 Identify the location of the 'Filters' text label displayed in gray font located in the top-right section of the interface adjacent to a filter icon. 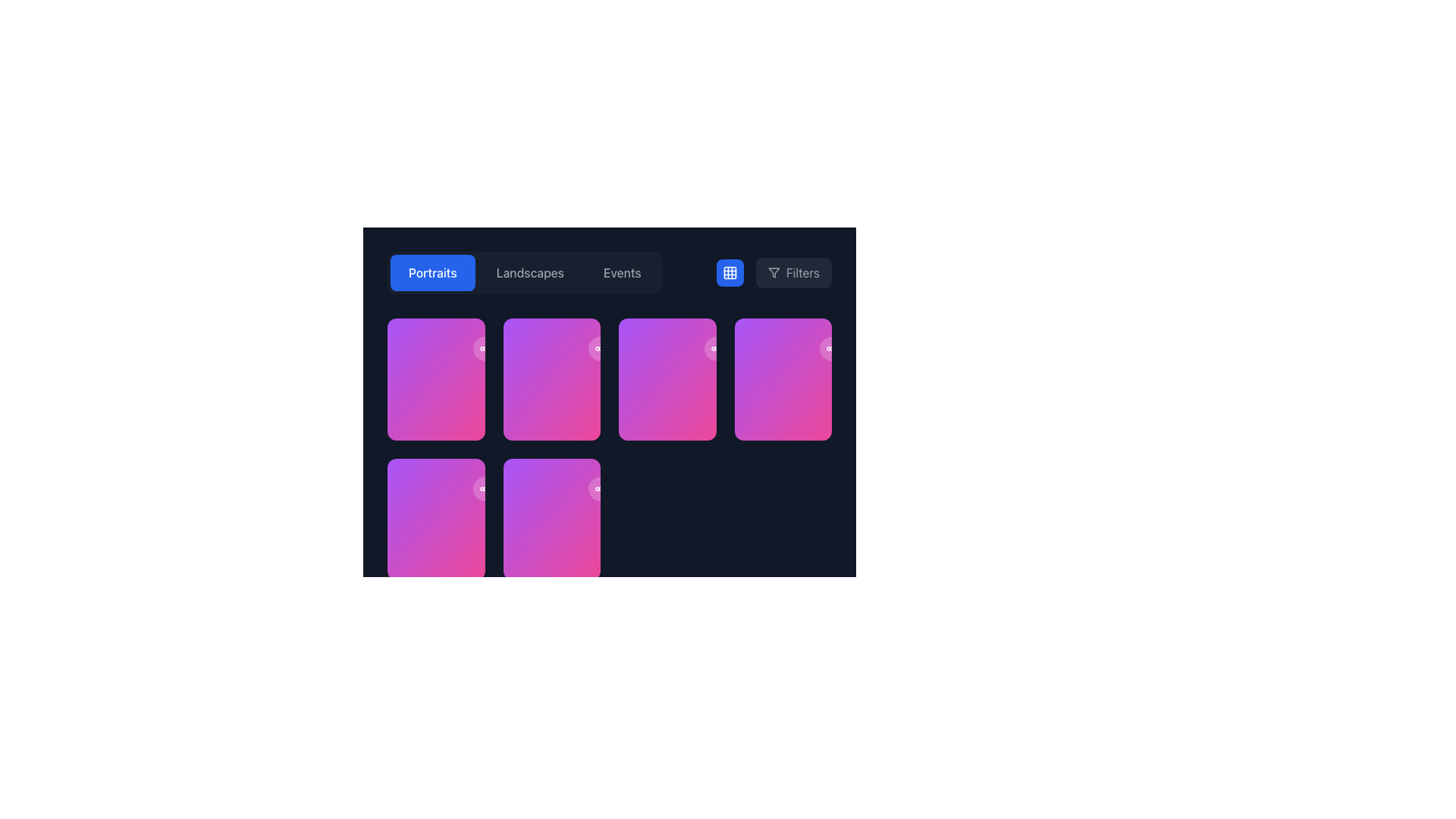
(802, 271).